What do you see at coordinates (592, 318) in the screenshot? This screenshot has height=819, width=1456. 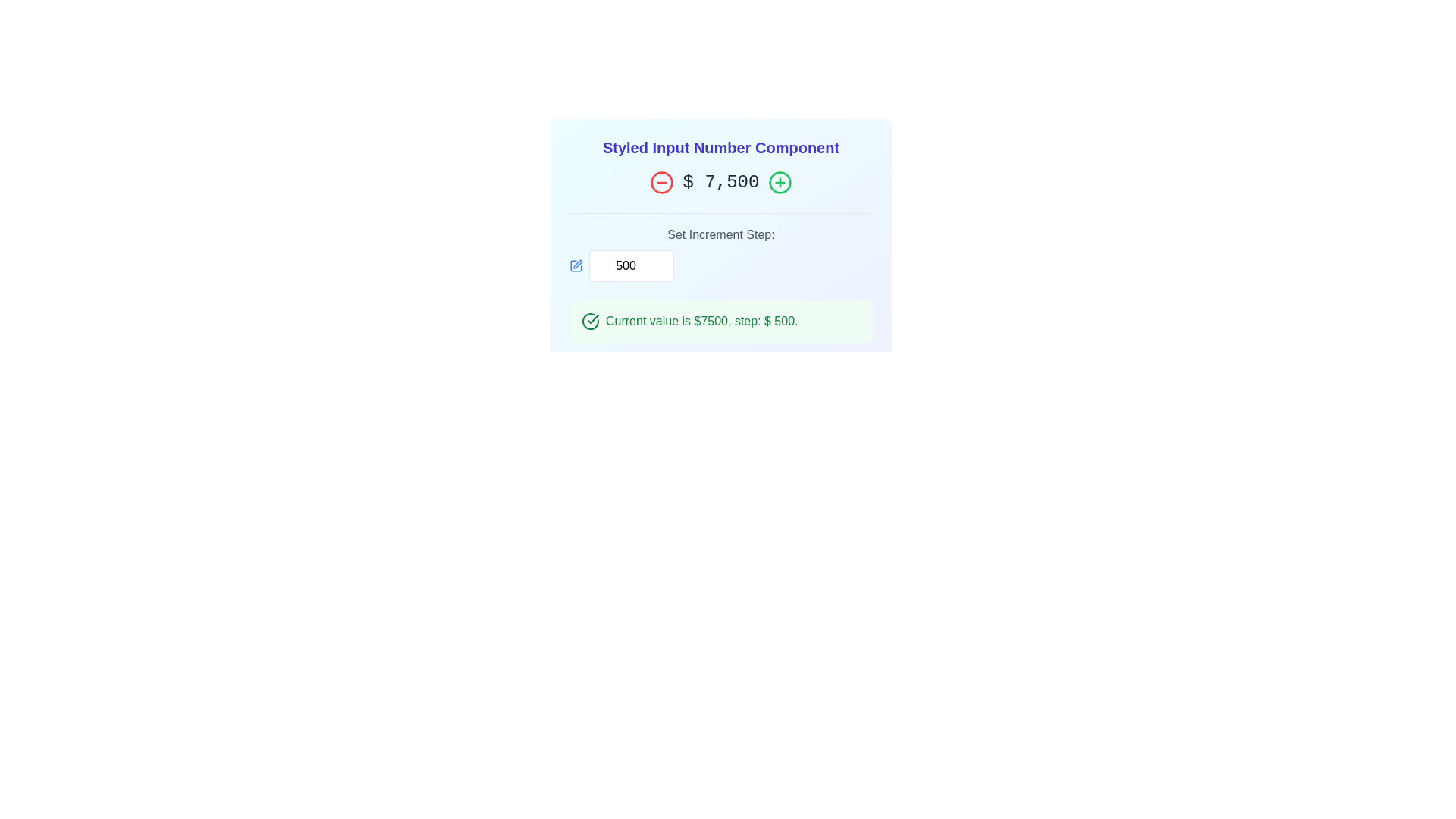 I see `the checkmark icon in the SVG graphic, which is part of a larger circular checkmark icon located near the bottom-left of a light green notification box containing the text 'Current value is $7500, step: $500.'` at bounding box center [592, 318].